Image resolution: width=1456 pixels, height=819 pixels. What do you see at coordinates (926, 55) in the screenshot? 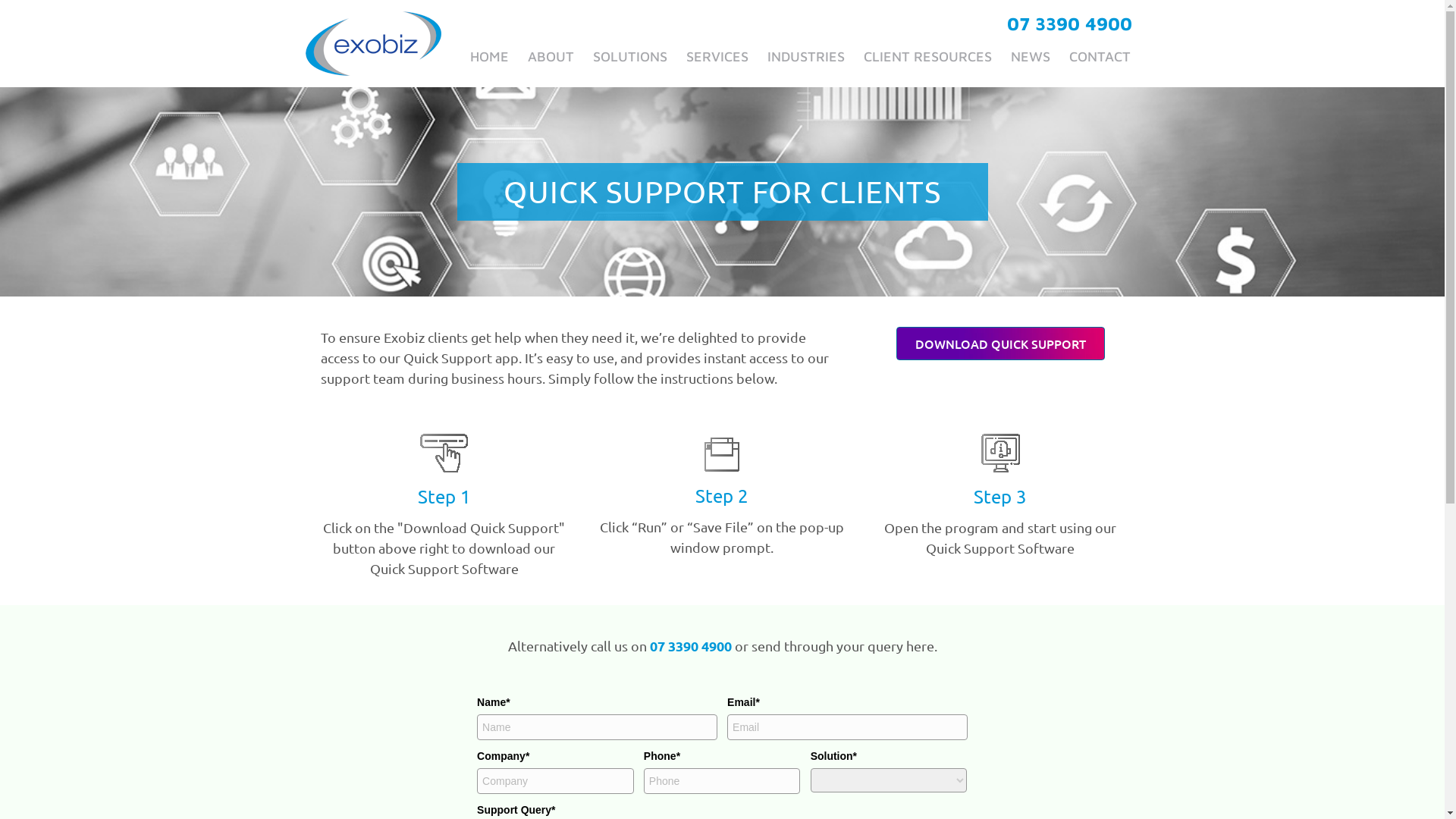
I see `'CLIENT RESOURCES'` at bounding box center [926, 55].